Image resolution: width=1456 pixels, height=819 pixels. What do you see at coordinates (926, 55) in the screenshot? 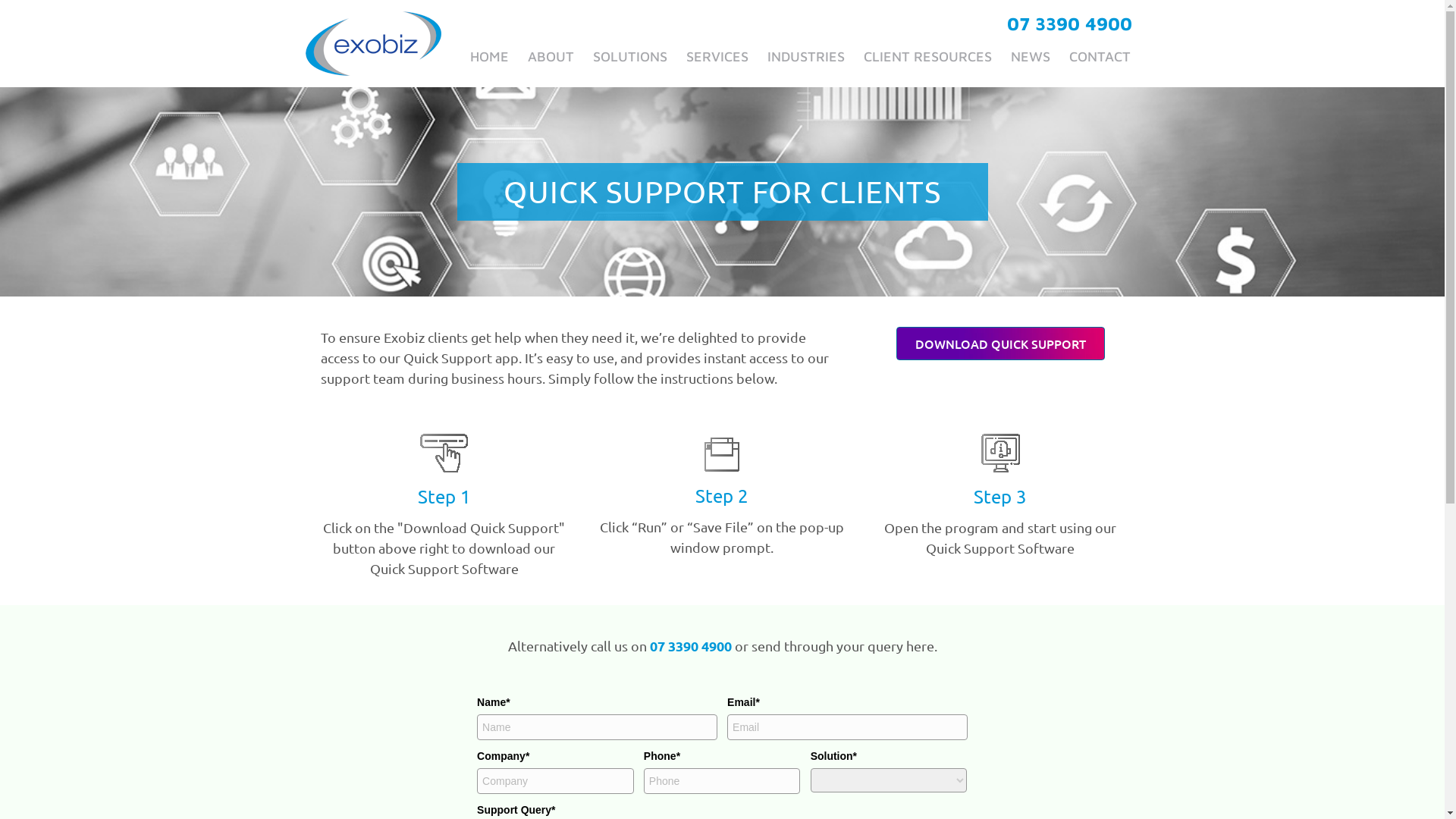
I see `'CLIENT RESOURCES'` at bounding box center [926, 55].